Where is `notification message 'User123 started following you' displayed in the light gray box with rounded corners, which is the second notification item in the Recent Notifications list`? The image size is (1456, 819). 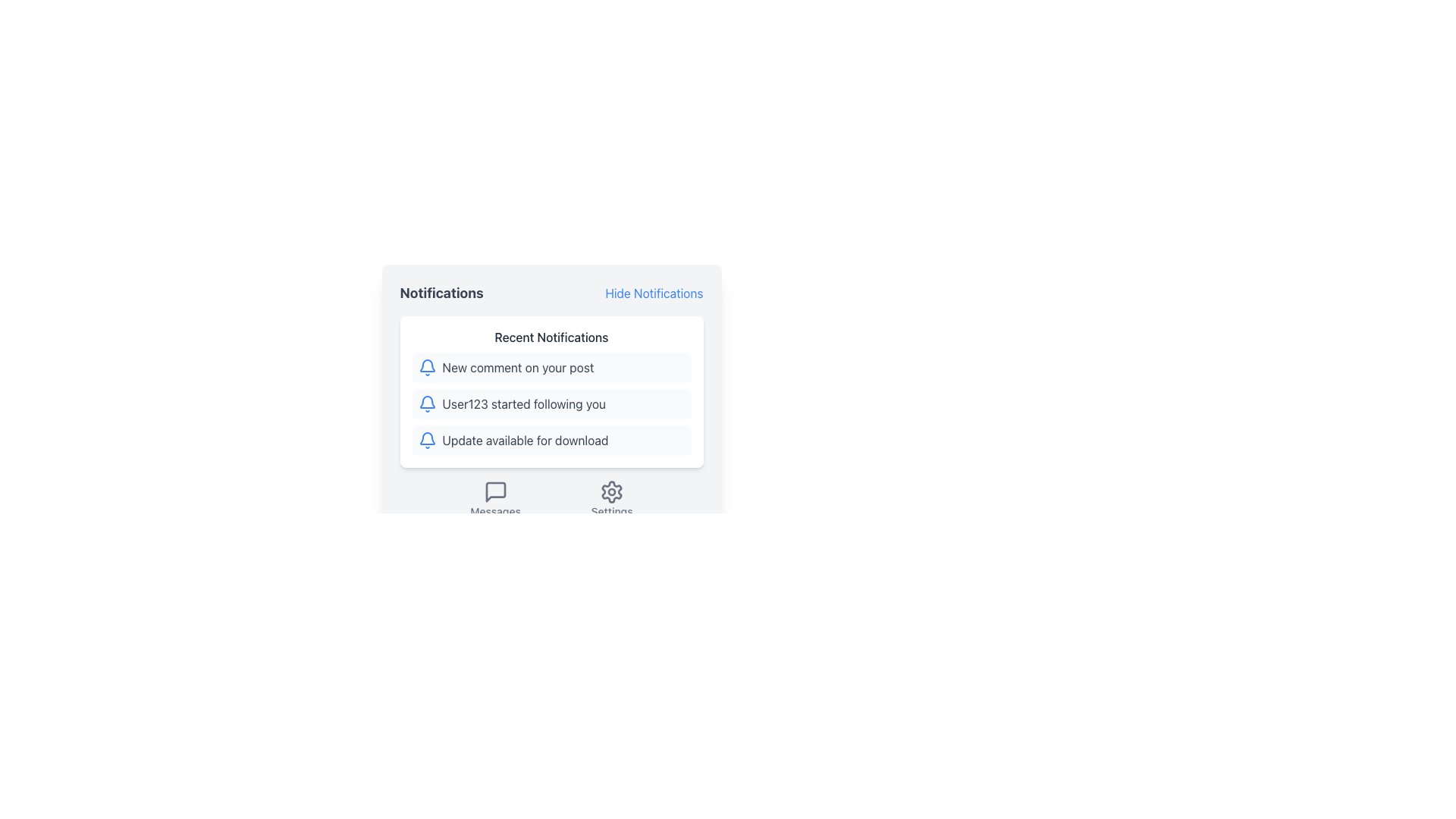
notification message 'User123 started following you' displayed in the light gray box with rounded corners, which is the second notification item in the Recent Notifications list is located at coordinates (551, 403).